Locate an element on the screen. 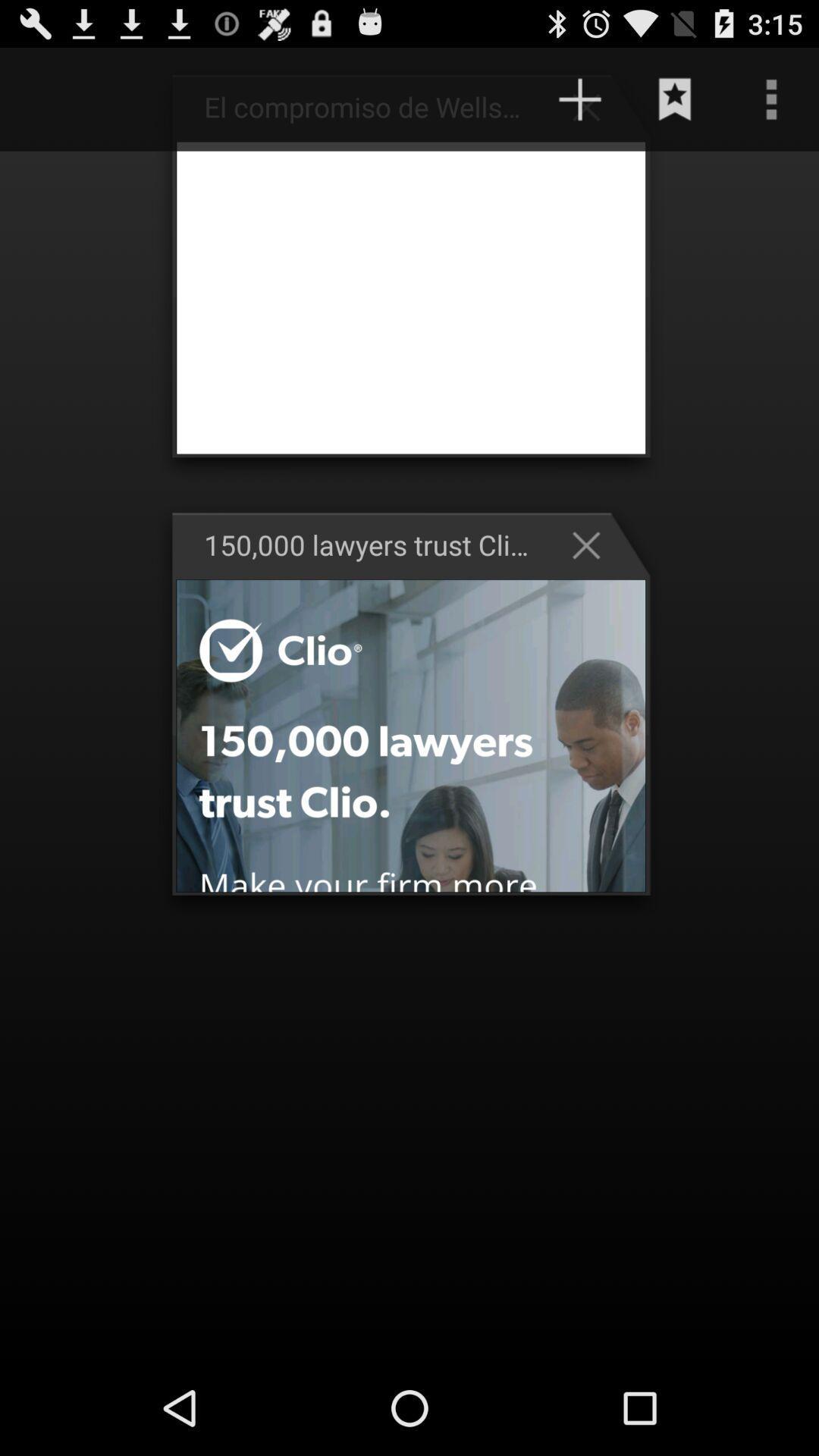 The image size is (819, 1456). the bookmark icon on the top right corner of the web page is located at coordinates (675, 99).